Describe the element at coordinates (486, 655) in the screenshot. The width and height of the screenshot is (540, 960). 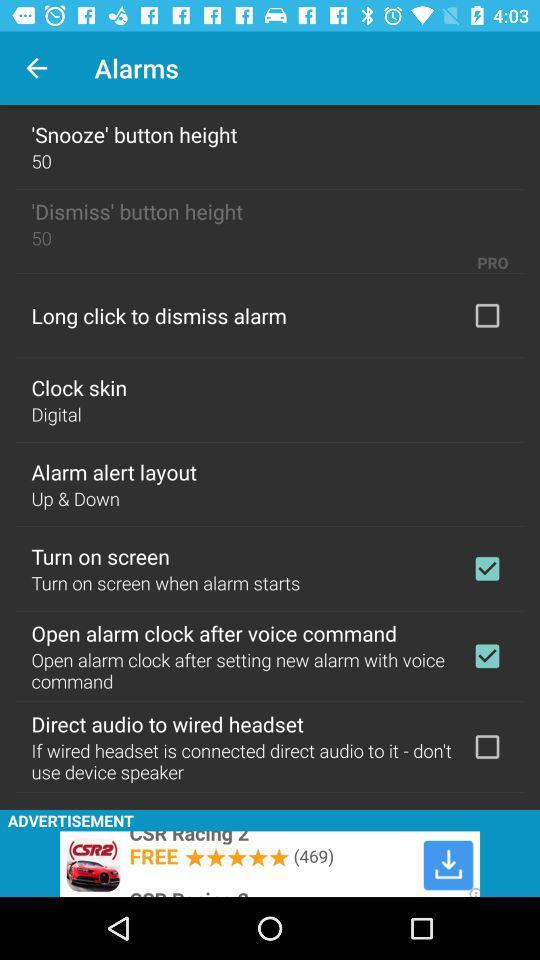
I see `for on and off` at that location.